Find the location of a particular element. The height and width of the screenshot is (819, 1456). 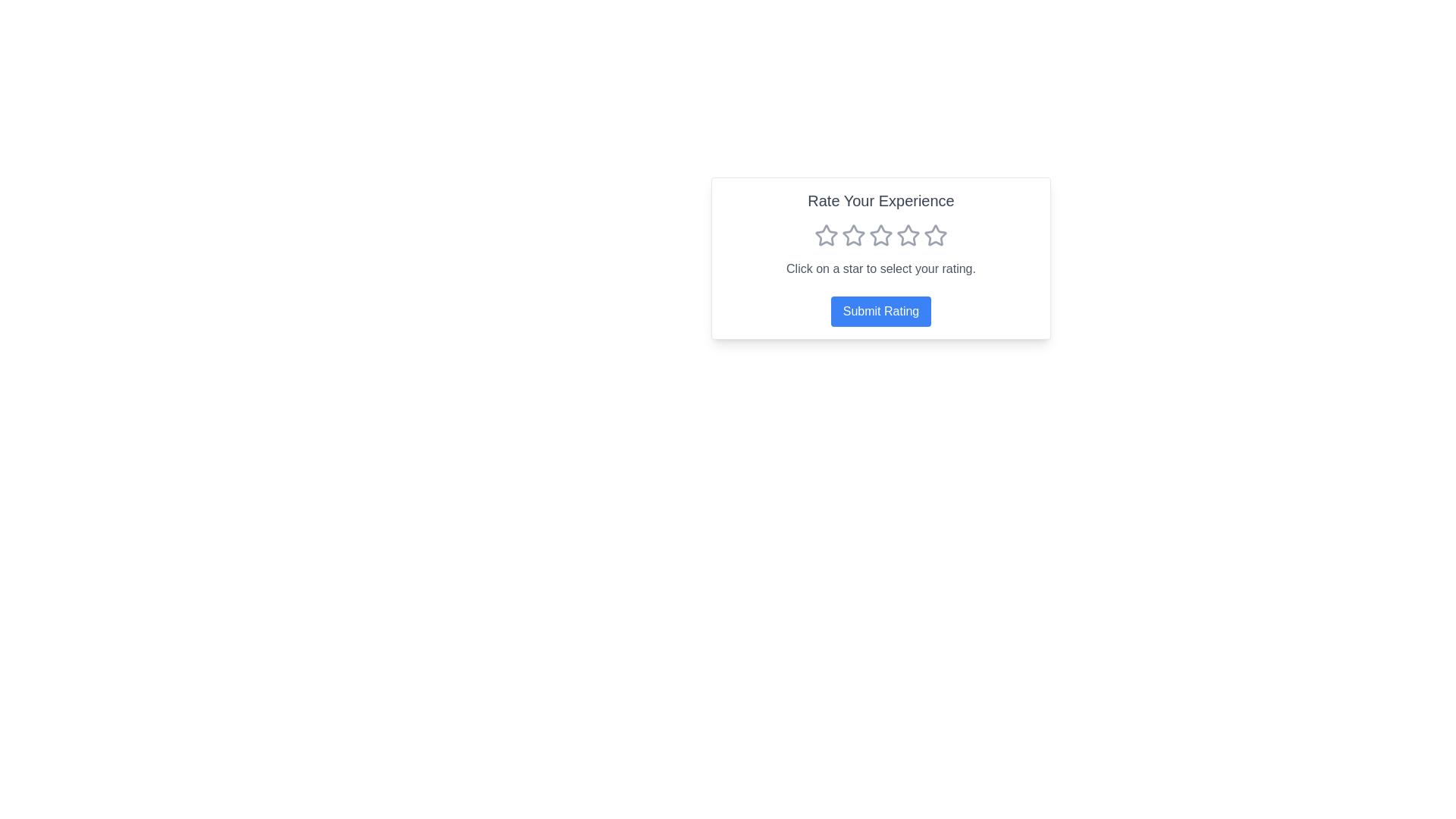

the first Rating Star Icon, which has a gray outline indicating it is inactive, to rate it is located at coordinates (825, 236).